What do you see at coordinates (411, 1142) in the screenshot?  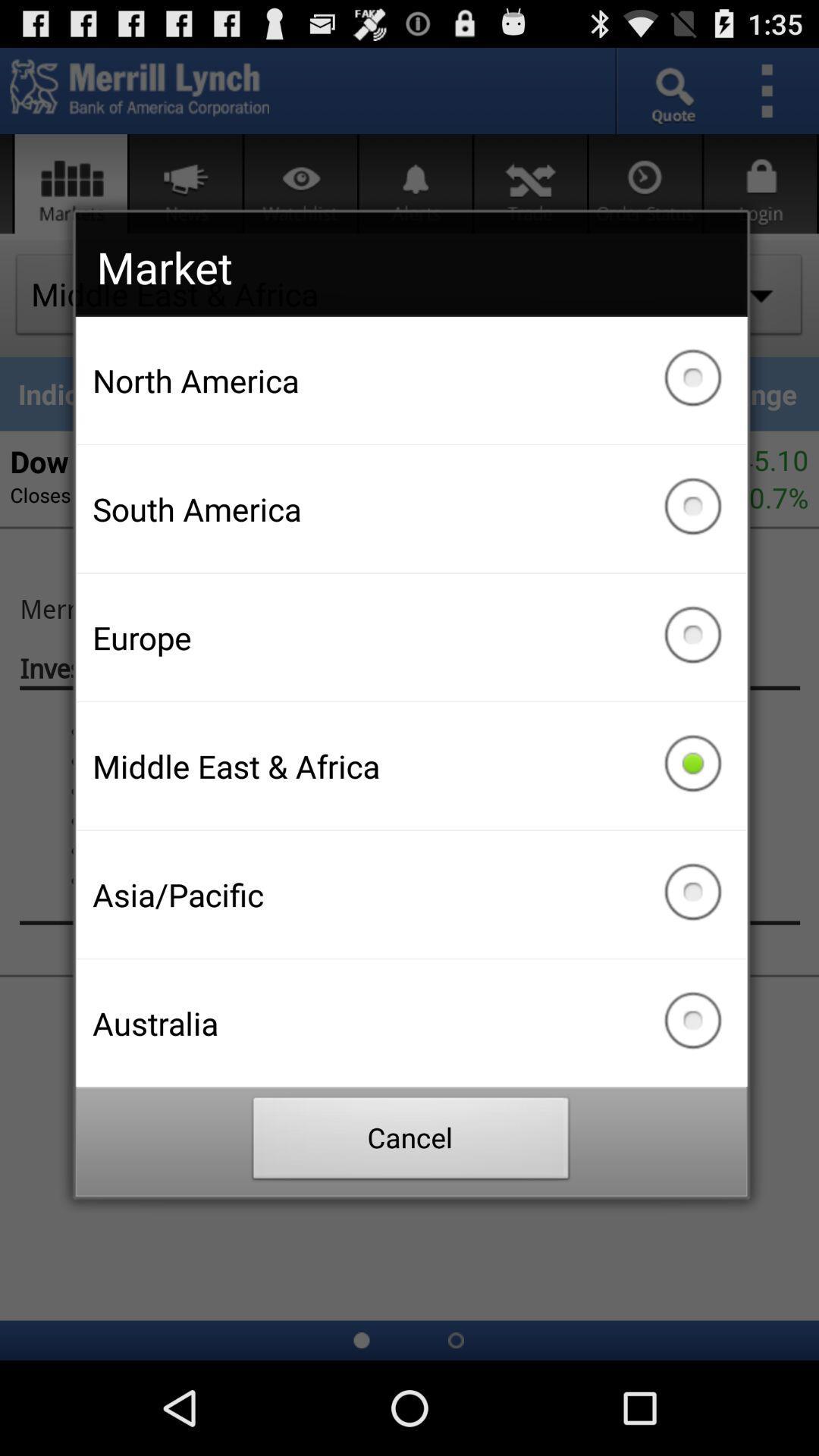 I see `icon below australia checkbox` at bounding box center [411, 1142].